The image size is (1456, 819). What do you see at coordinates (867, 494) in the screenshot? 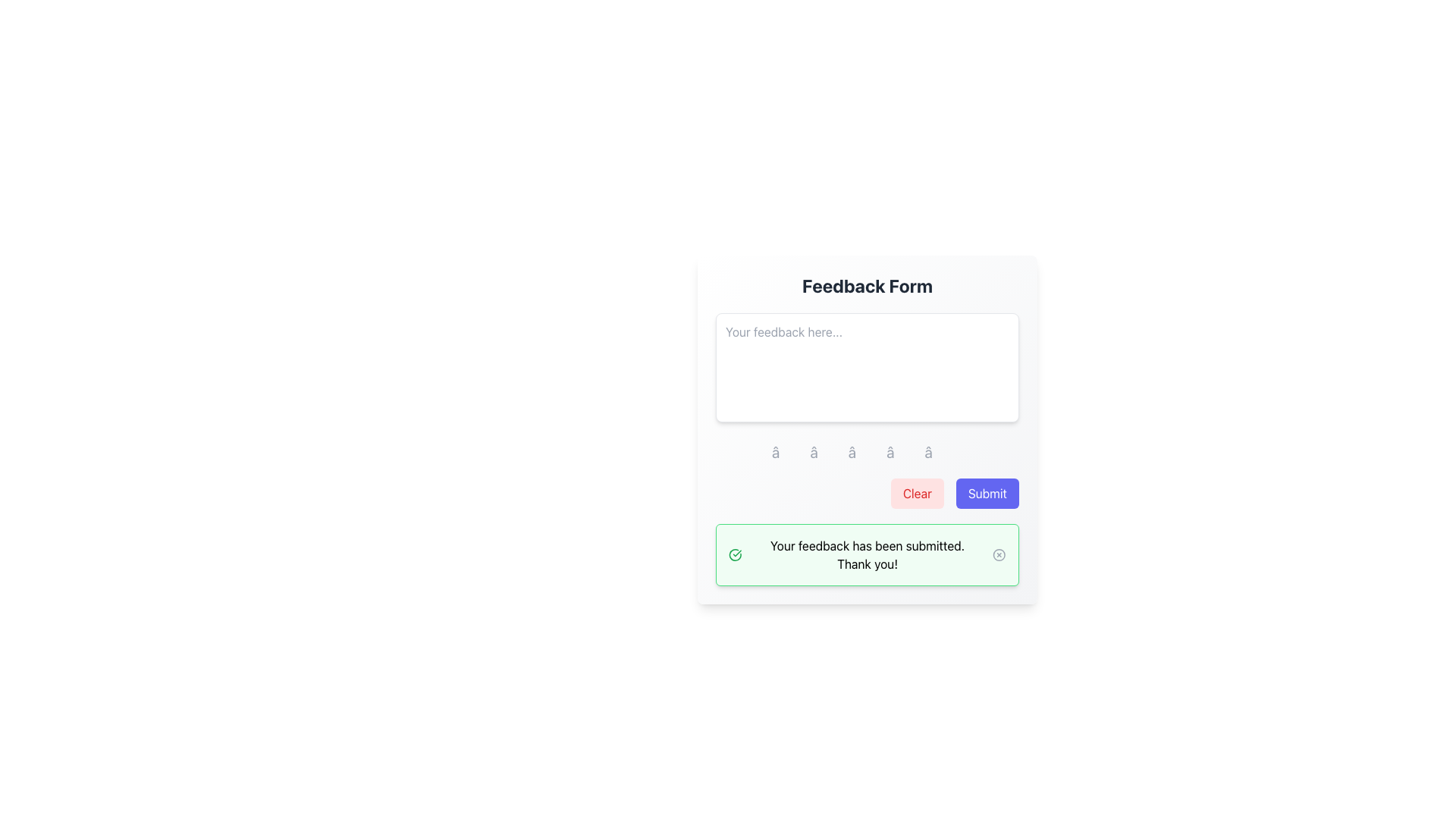
I see `the button group containing the 'Clear' and 'Submit' buttons, positioned at the bottom-right of the 'Feedback Form'` at bounding box center [867, 494].